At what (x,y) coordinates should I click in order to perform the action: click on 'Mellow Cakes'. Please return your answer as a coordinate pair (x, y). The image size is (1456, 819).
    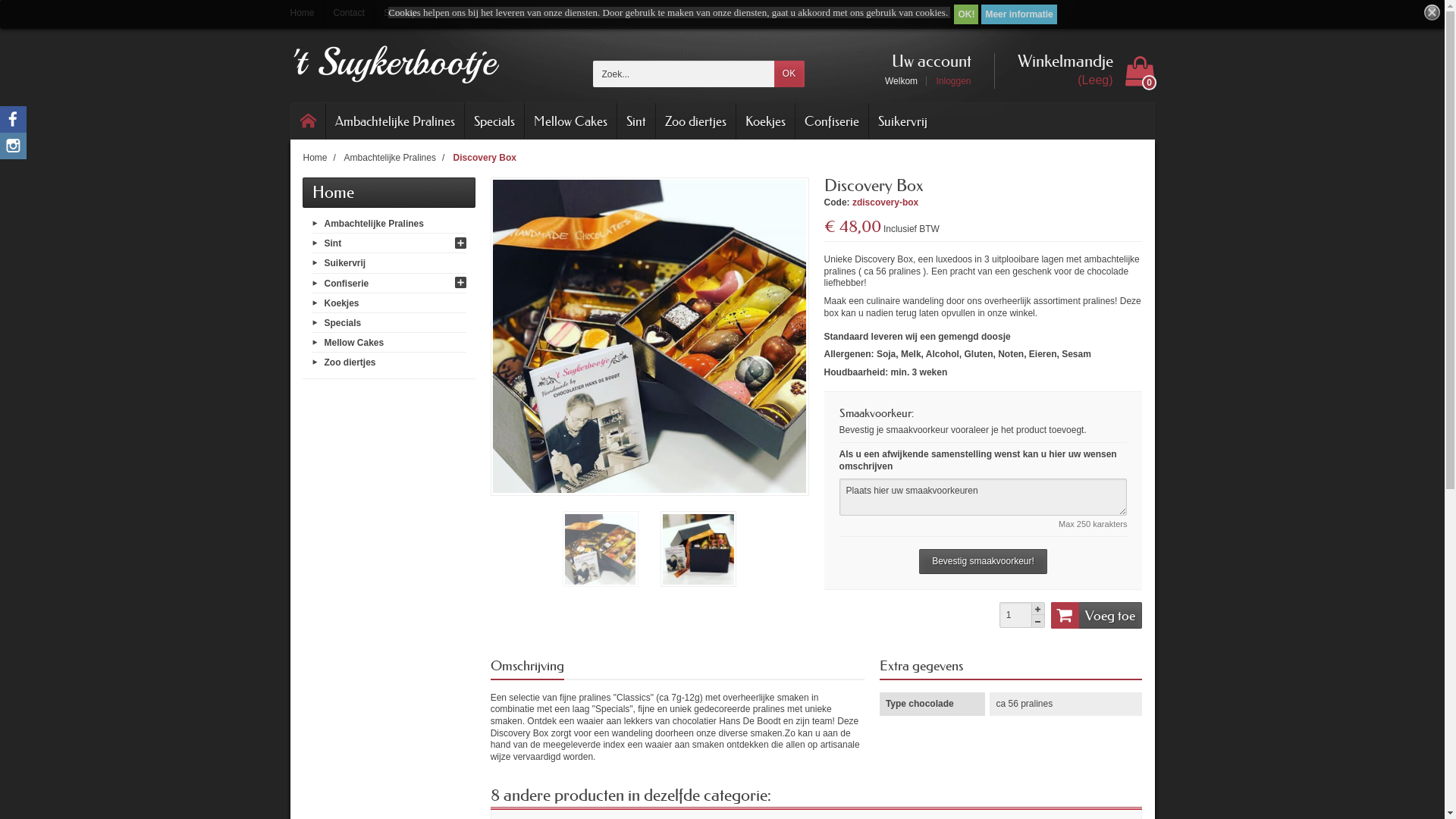
    Looking at the image, I should click on (353, 342).